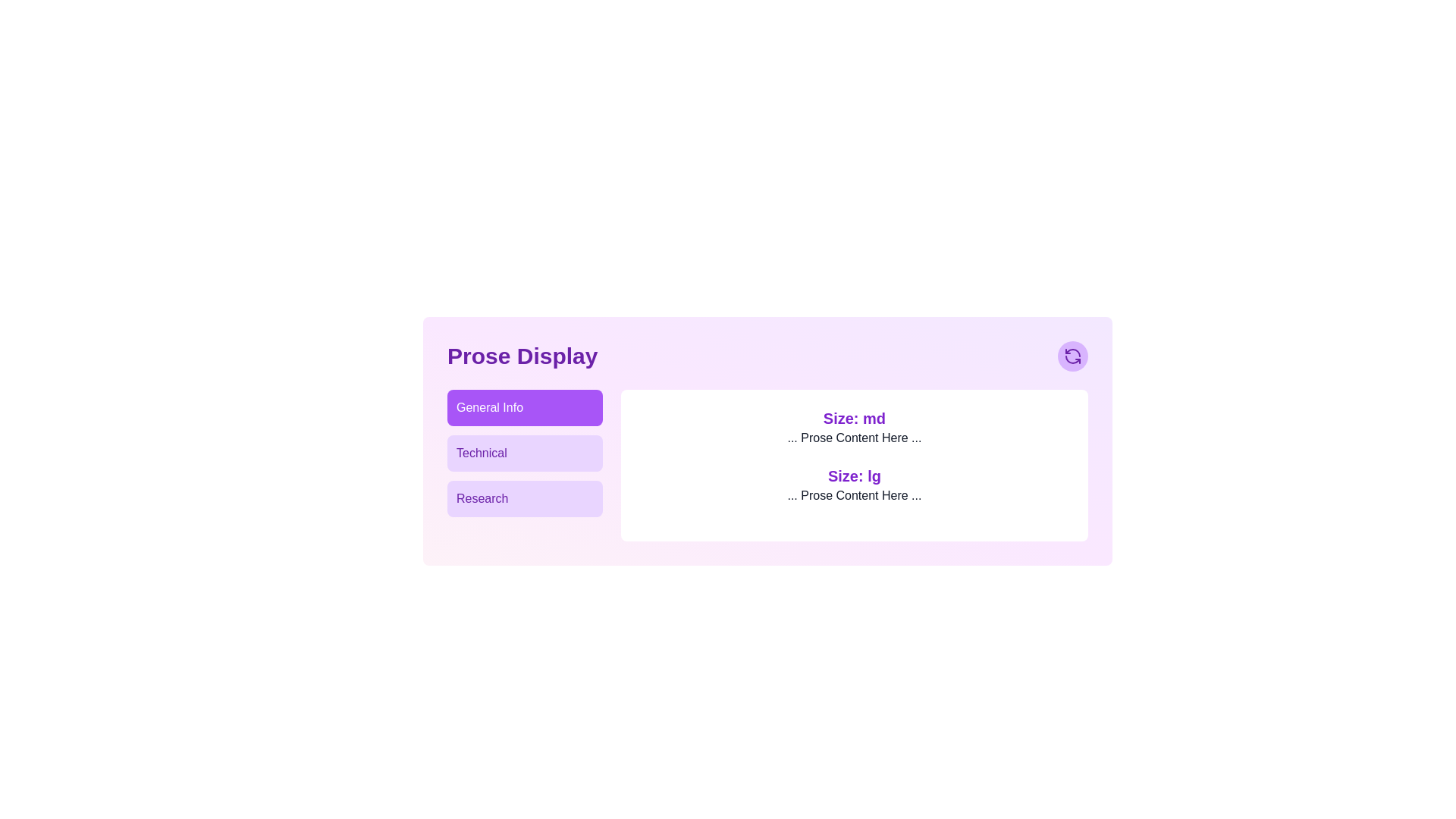  I want to click on the text label reading 'Prose Display', which is styled in a large, bold, deep purple font and located in the top portion of a panel, to the left of a circular refresh button, so click(522, 356).